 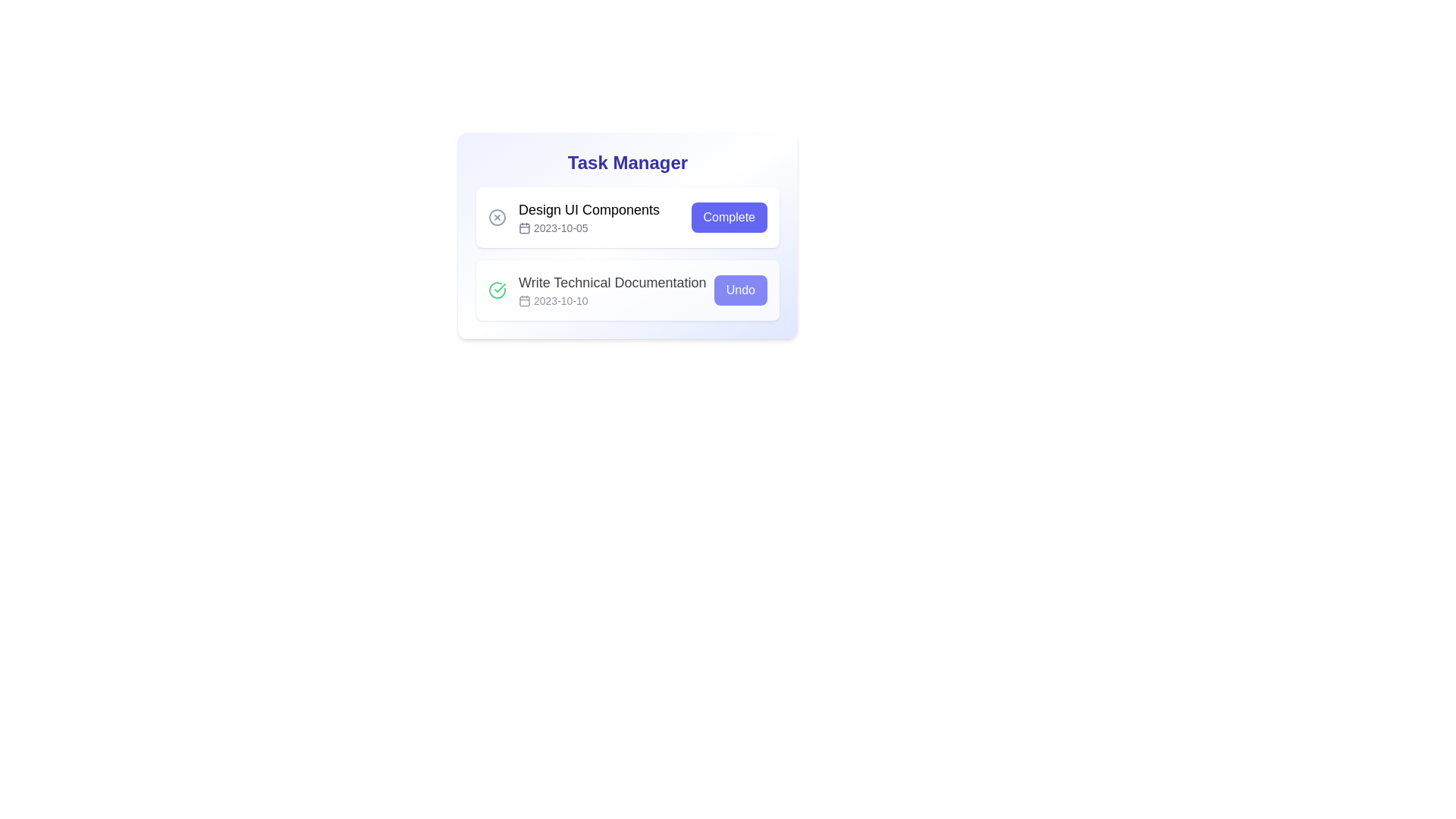 I want to click on the button to toggle the completion status of the task with ID 2, so click(x=740, y=290).